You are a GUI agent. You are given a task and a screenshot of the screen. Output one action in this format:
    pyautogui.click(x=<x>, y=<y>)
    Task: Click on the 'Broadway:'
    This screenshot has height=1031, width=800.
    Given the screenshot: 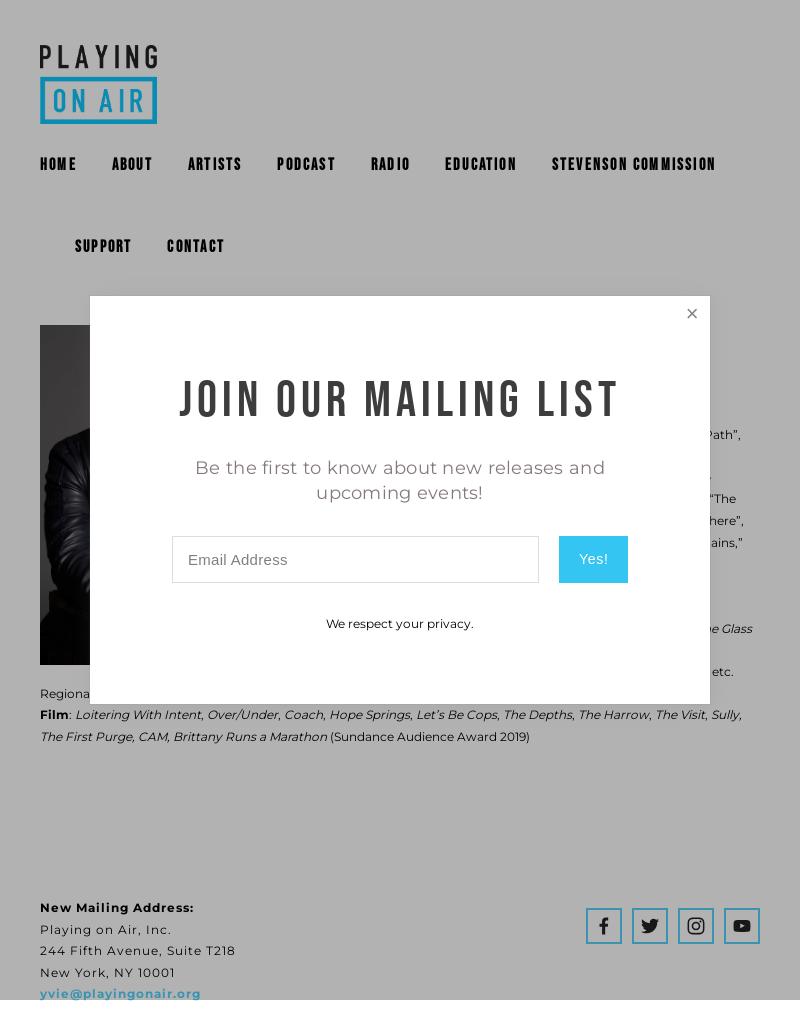 What is the action you would take?
    pyautogui.click(x=342, y=583)
    